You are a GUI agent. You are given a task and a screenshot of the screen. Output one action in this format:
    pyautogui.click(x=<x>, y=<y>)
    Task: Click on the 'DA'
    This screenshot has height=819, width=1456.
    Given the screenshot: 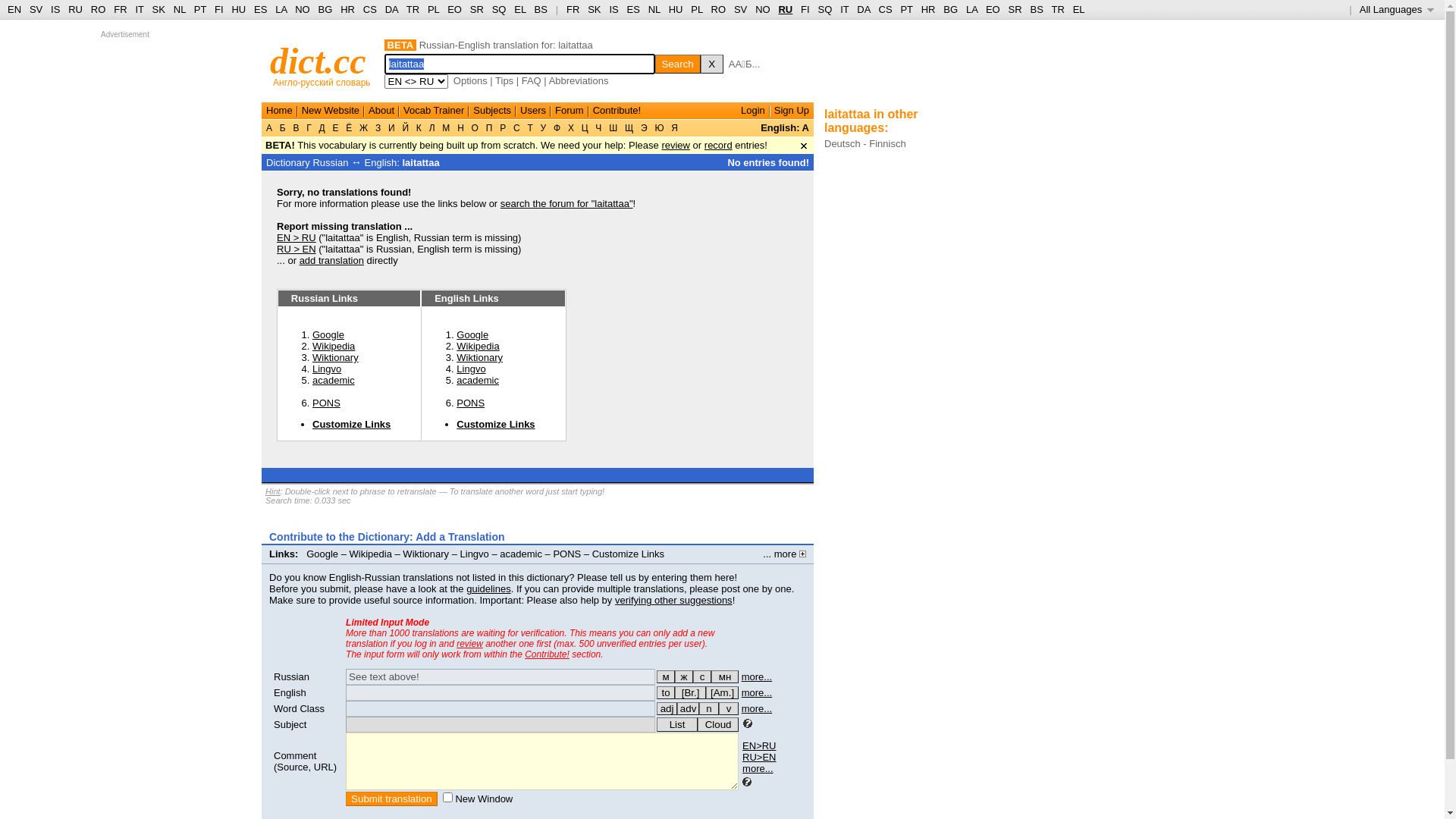 What is the action you would take?
    pyautogui.click(x=863, y=9)
    